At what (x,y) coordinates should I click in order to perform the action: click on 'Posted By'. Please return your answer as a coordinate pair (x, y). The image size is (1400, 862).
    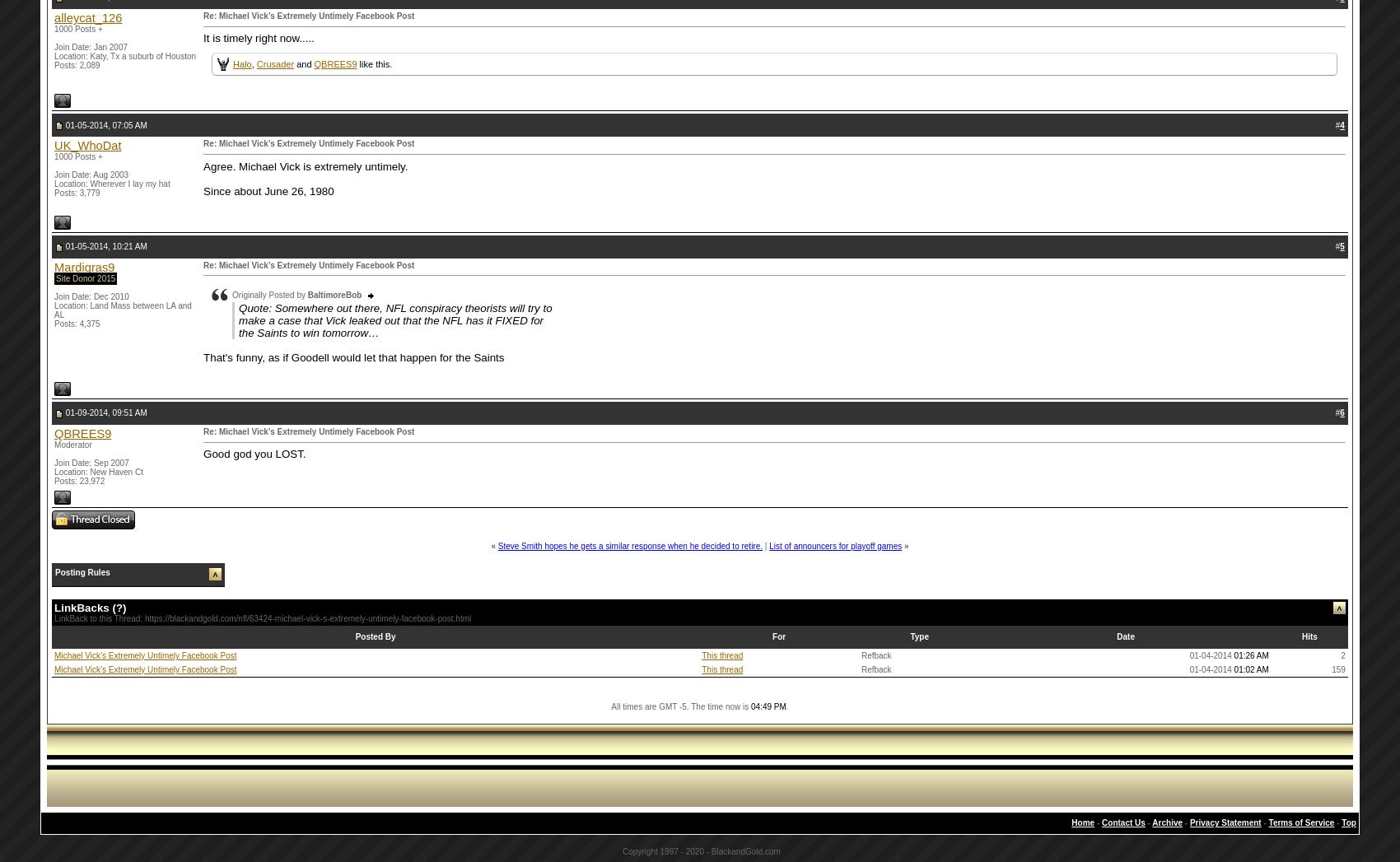
    Looking at the image, I should click on (375, 636).